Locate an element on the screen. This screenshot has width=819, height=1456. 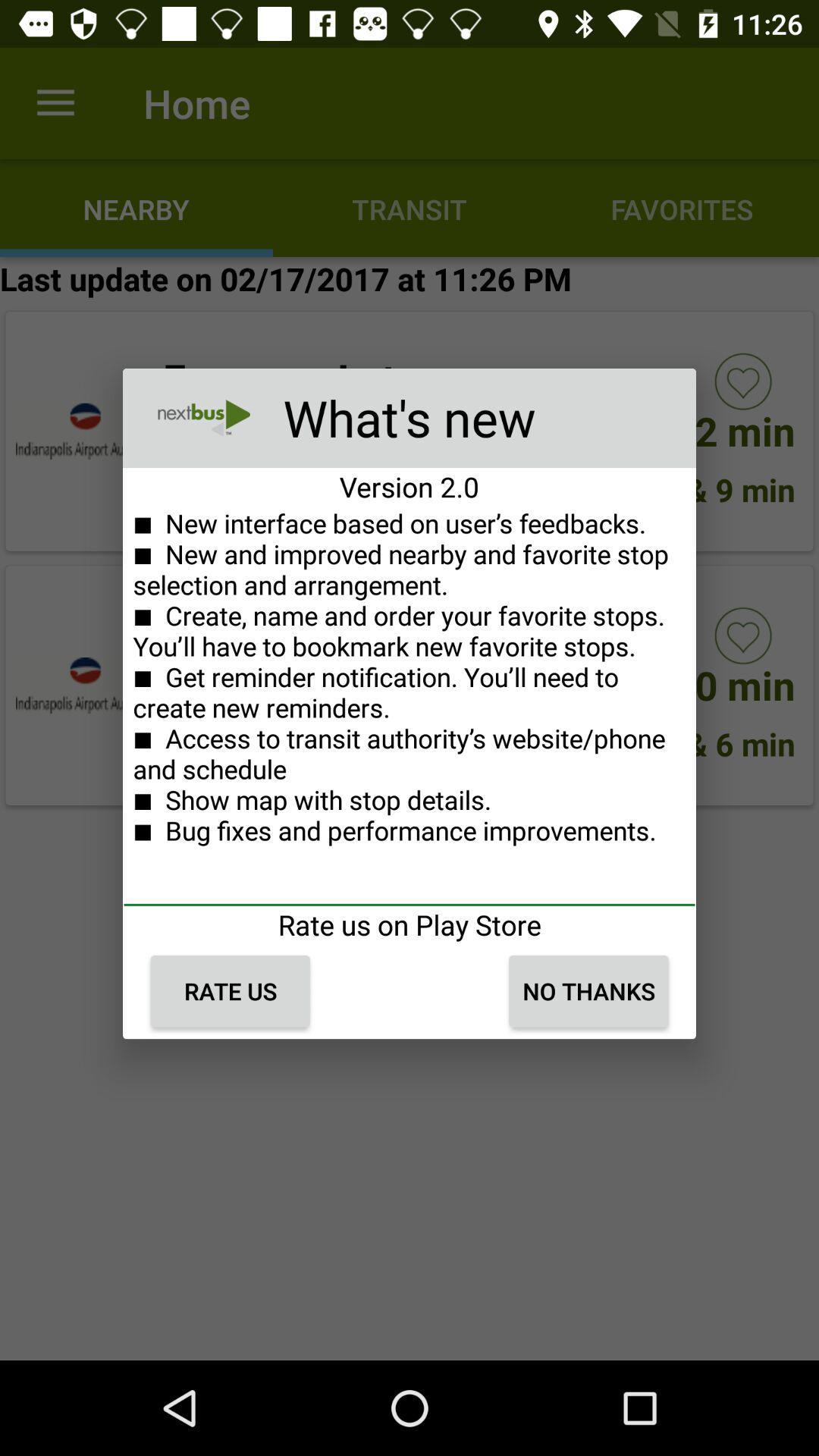
icon to the right of the rate us icon is located at coordinates (588, 991).